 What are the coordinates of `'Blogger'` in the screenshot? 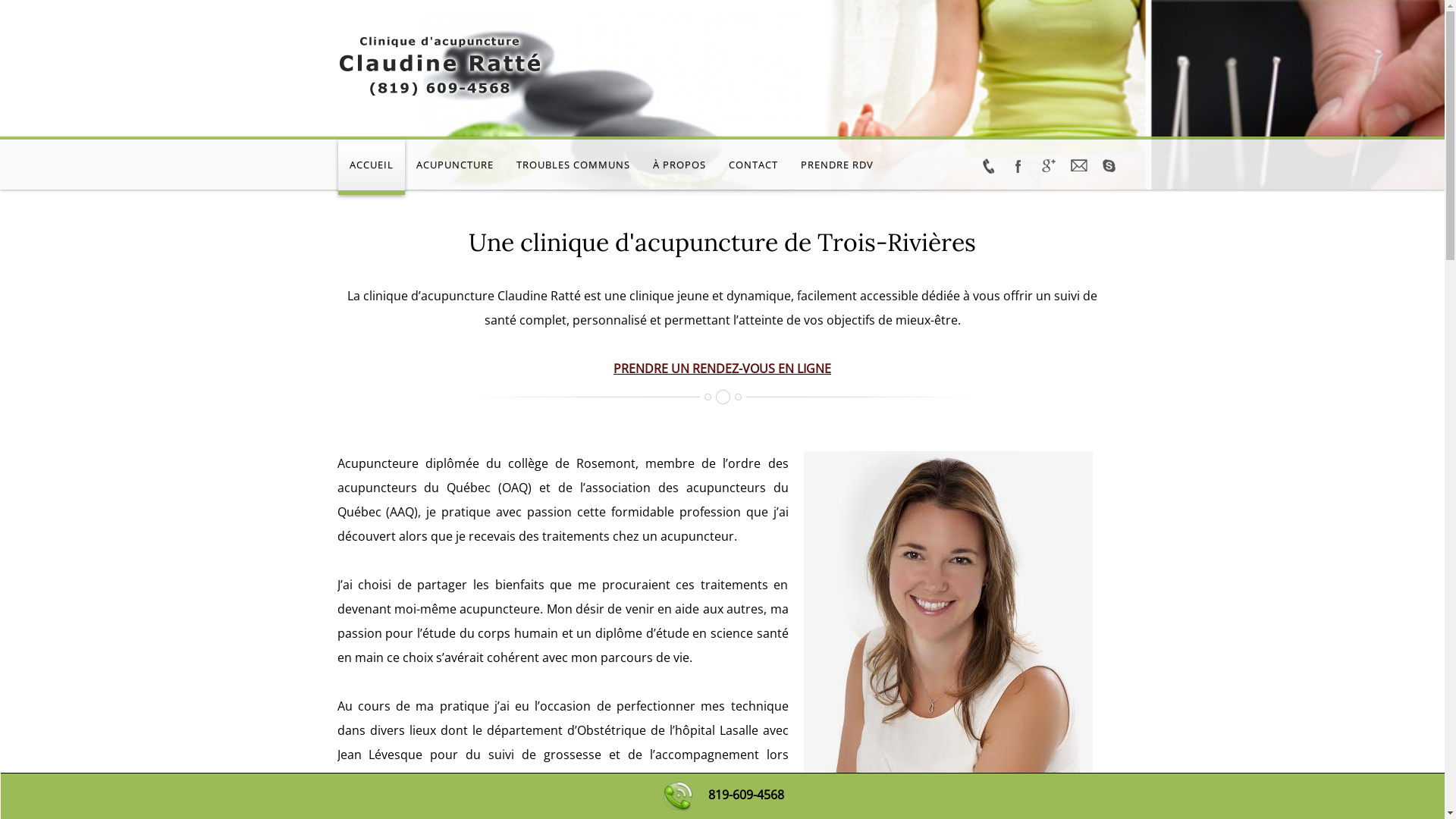 It's located at (1062, 166).